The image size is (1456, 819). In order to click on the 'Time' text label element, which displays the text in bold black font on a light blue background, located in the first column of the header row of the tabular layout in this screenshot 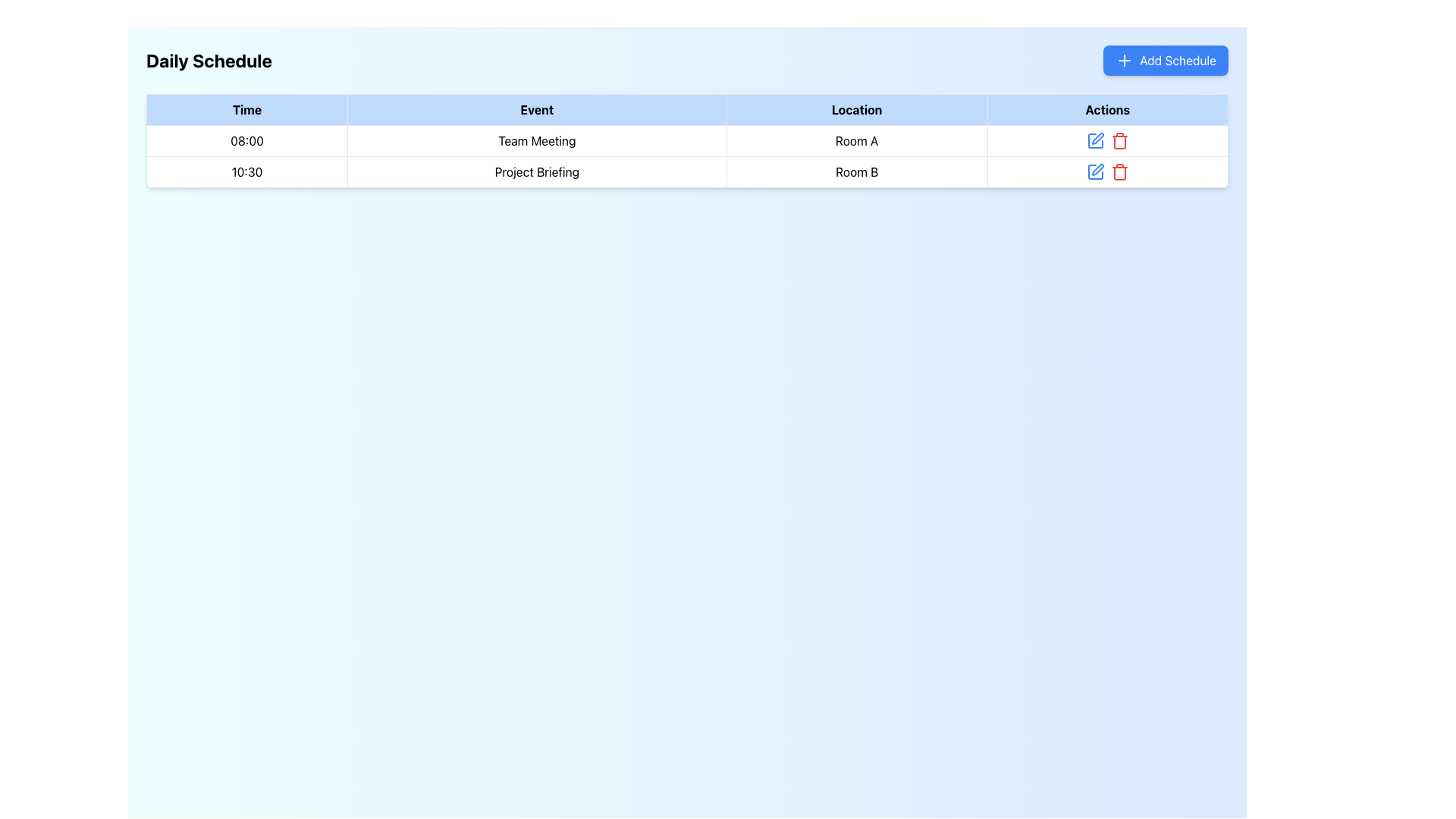, I will do `click(247, 109)`.